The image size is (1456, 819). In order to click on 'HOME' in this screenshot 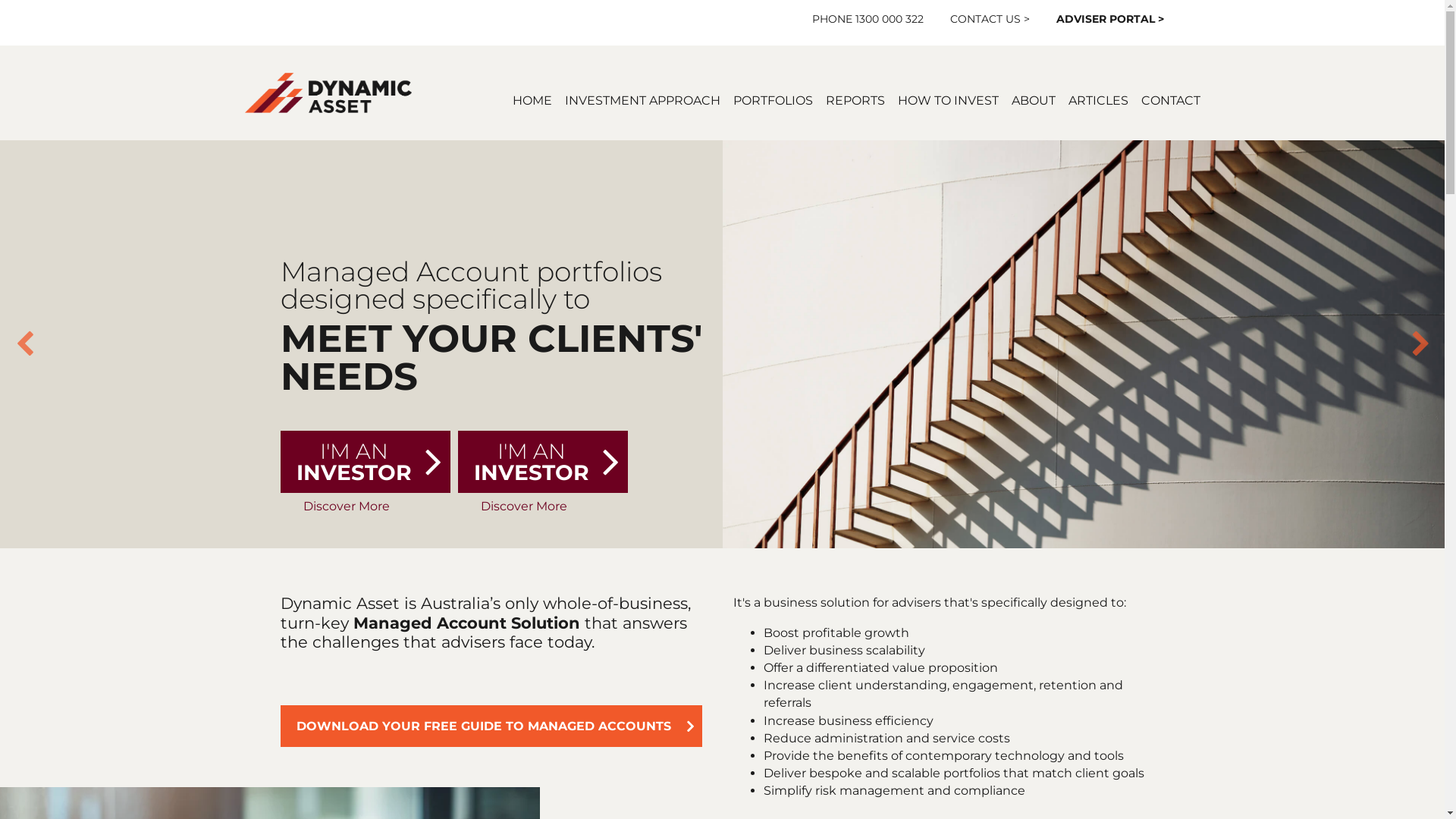, I will do `click(532, 100)`.